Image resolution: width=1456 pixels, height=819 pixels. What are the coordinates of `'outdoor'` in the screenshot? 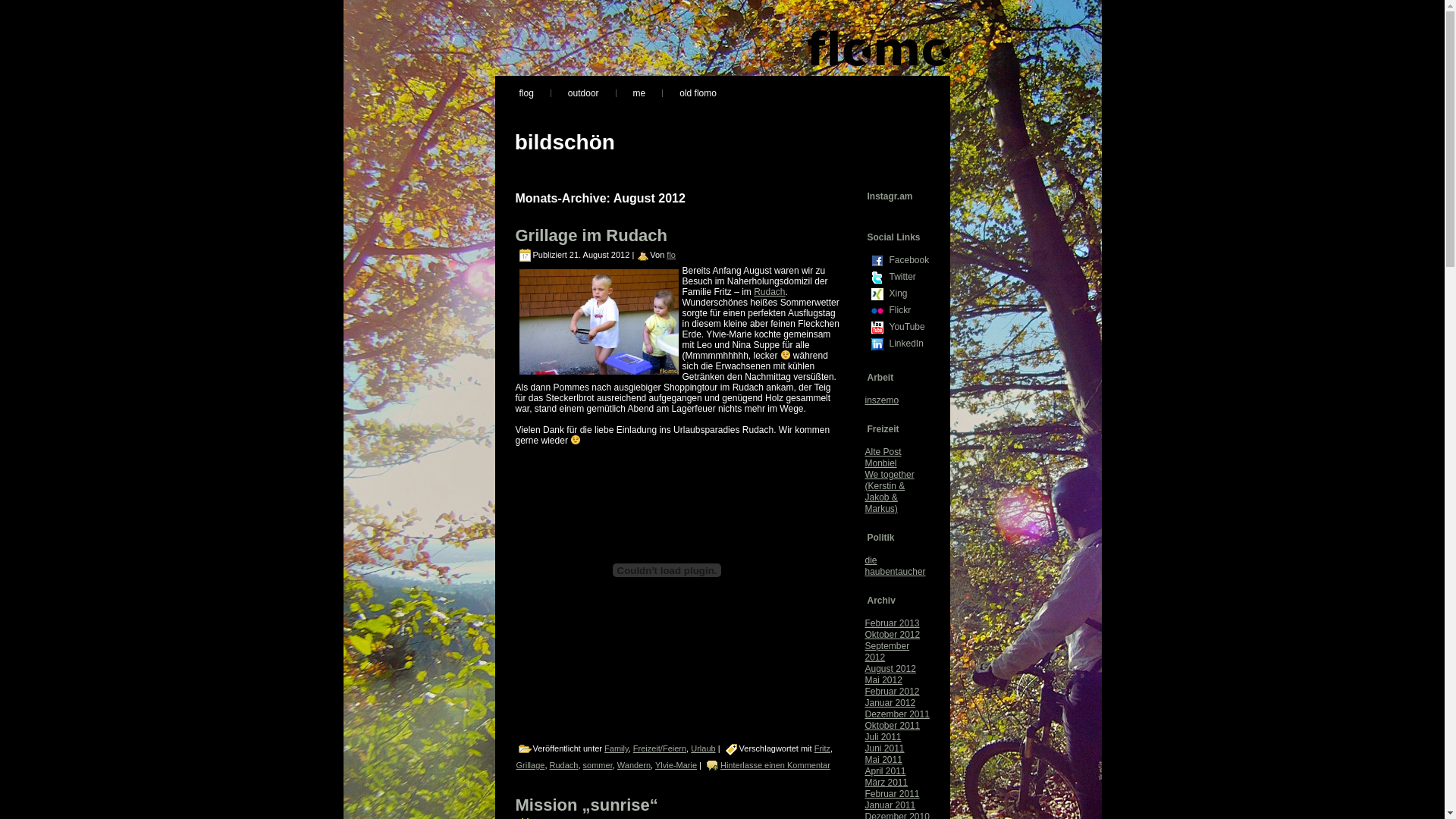 It's located at (582, 93).